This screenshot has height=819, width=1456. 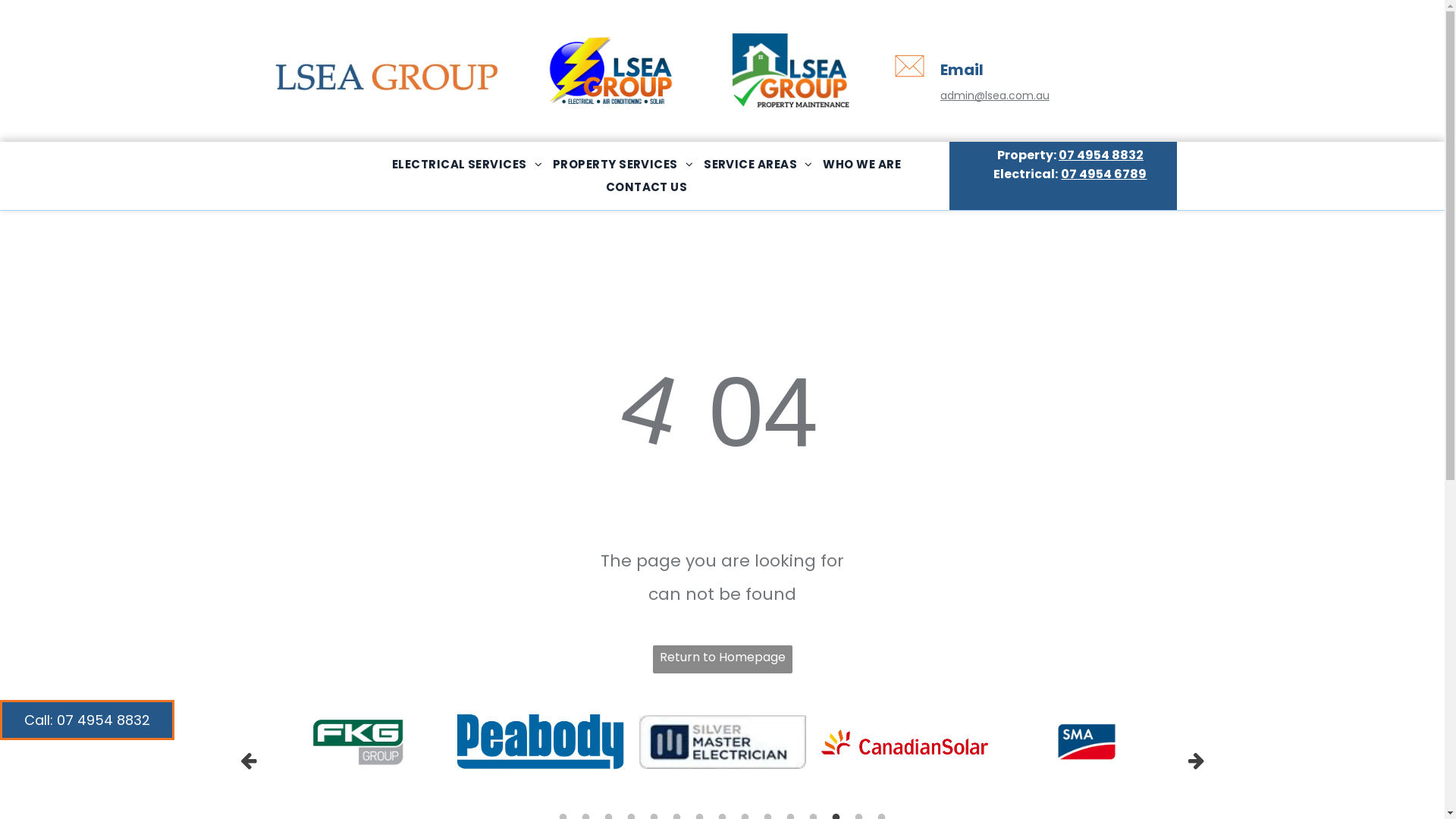 What do you see at coordinates (758, 164) in the screenshot?
I see `'SERVICE AREAS'` at bounding box center [758, 164].